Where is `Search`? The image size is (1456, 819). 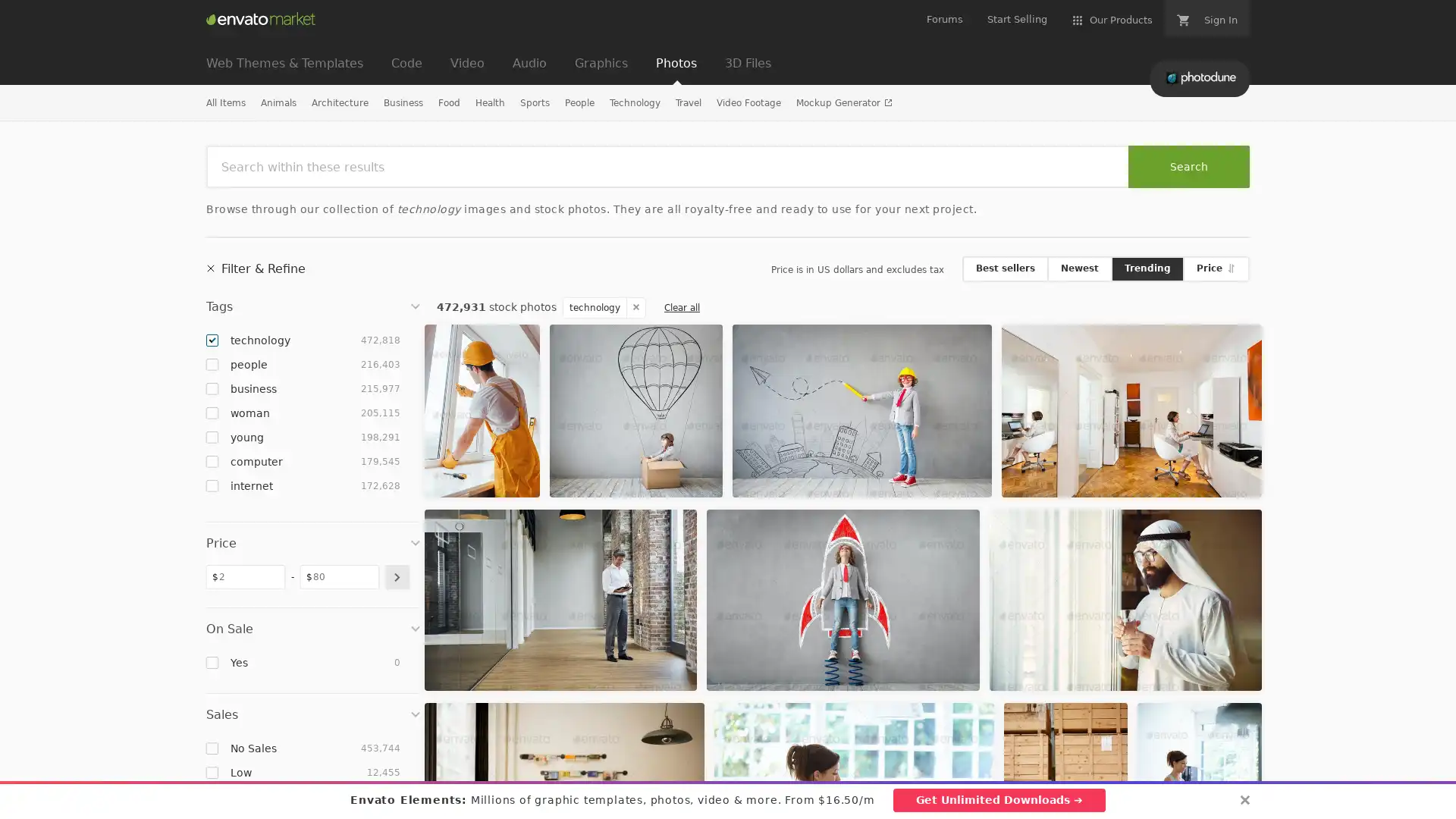
Search is located at coordinates (1188, 166).